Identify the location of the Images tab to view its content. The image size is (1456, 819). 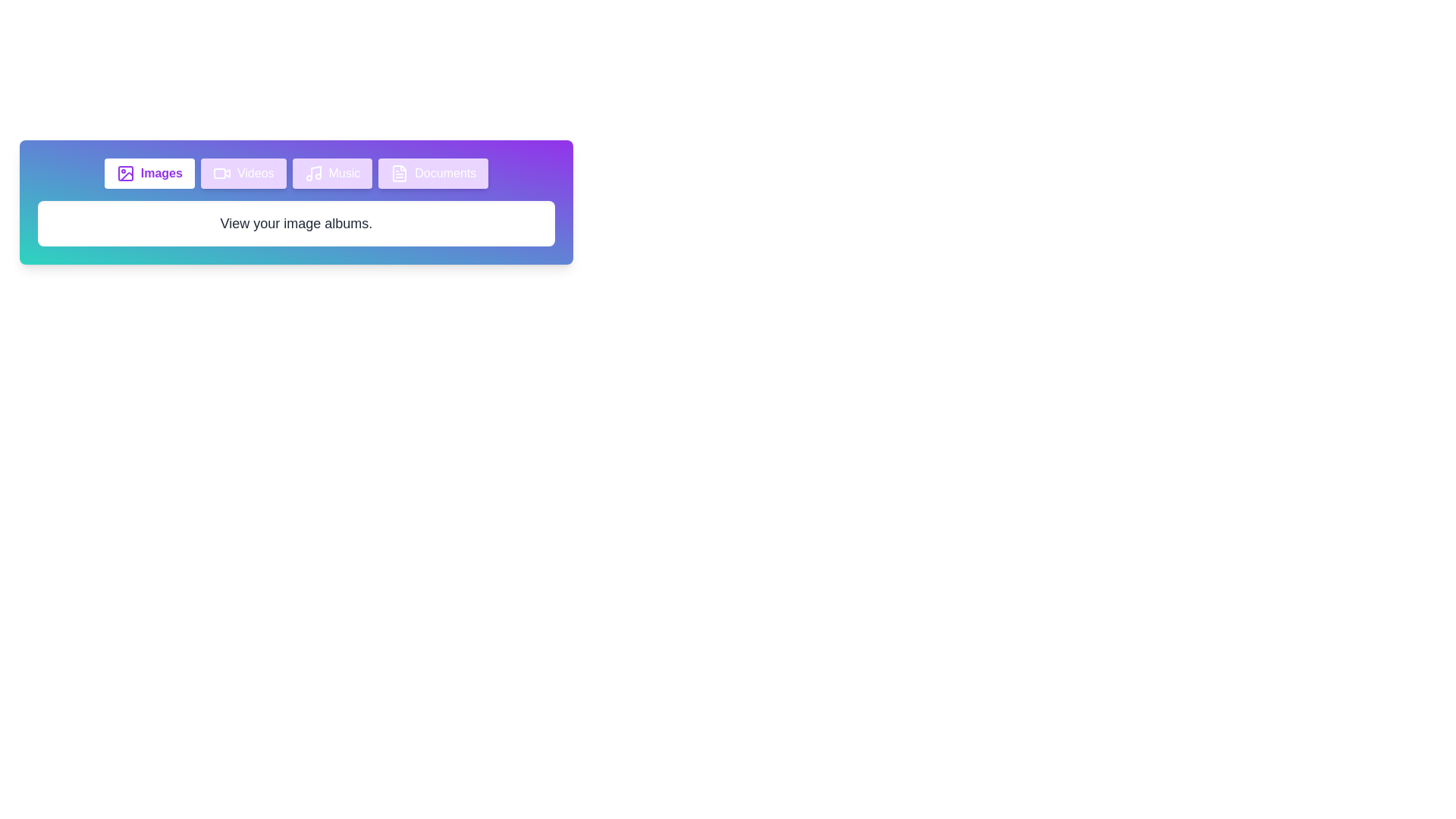
(149, 172).